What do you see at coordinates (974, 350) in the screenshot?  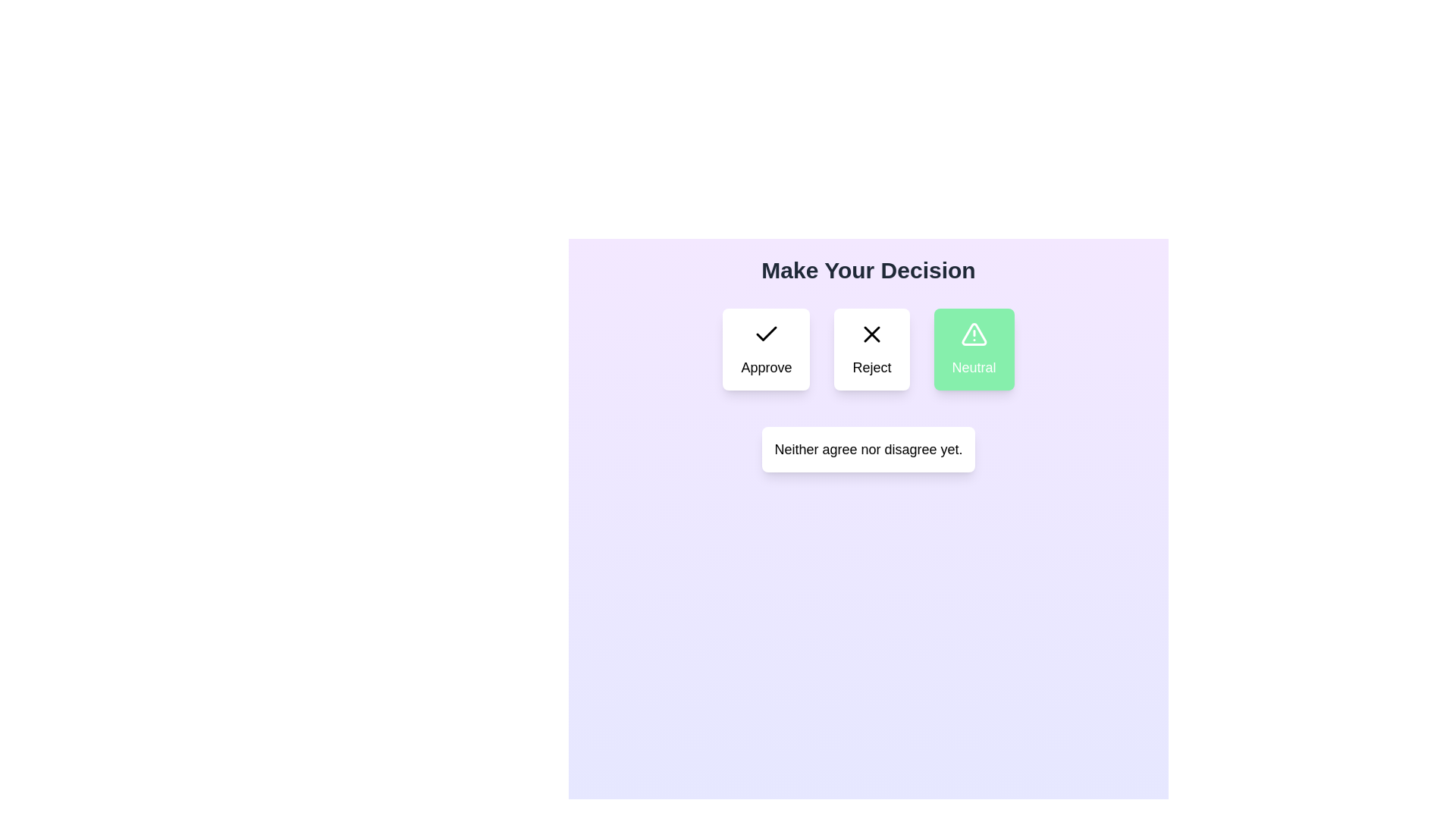 I see `the Neutral button to select the corresponding decision` at bounding box center [974, 350].